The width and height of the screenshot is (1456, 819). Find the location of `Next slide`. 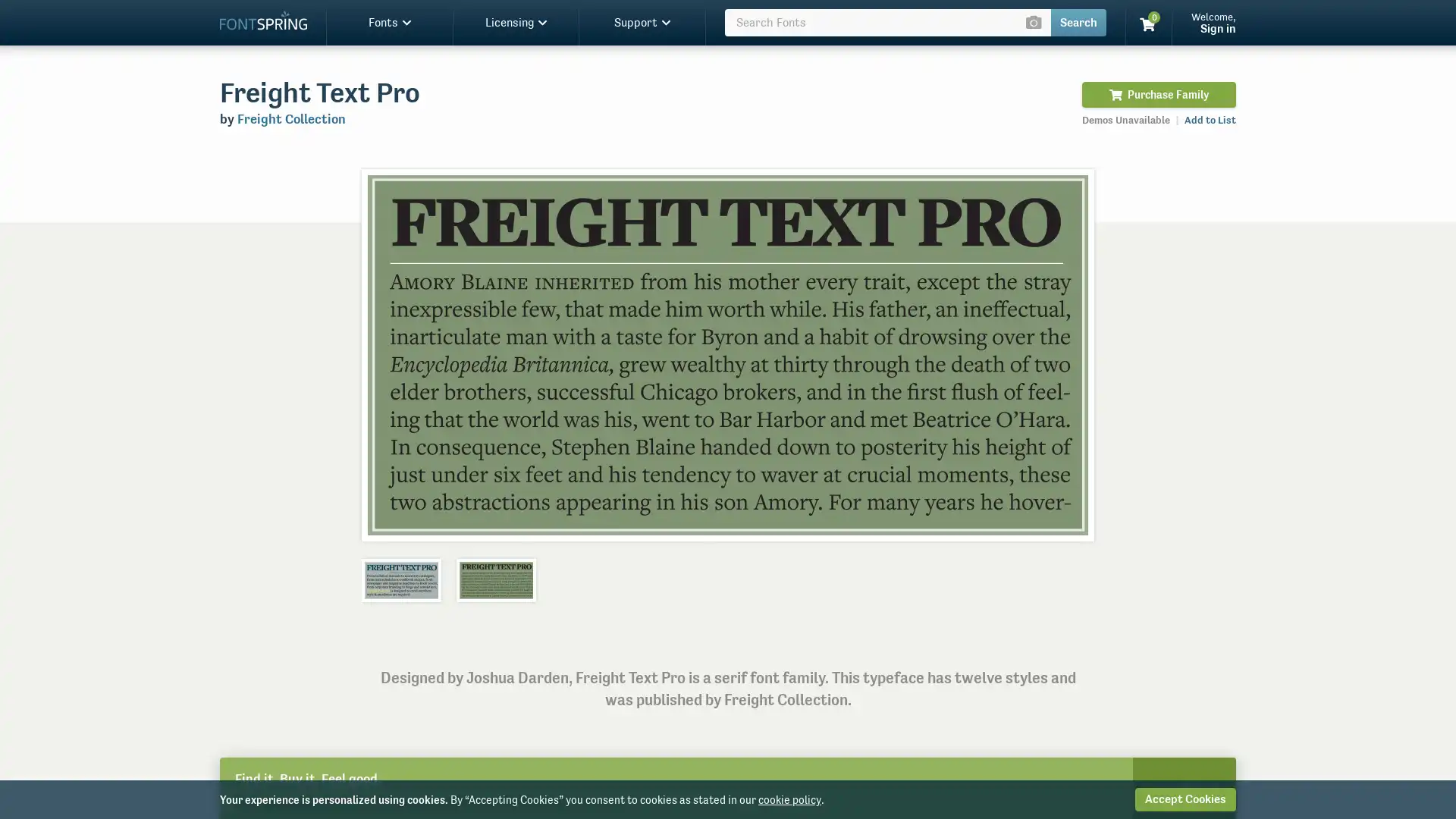

Next slide is located at coordinates (1065, 354).